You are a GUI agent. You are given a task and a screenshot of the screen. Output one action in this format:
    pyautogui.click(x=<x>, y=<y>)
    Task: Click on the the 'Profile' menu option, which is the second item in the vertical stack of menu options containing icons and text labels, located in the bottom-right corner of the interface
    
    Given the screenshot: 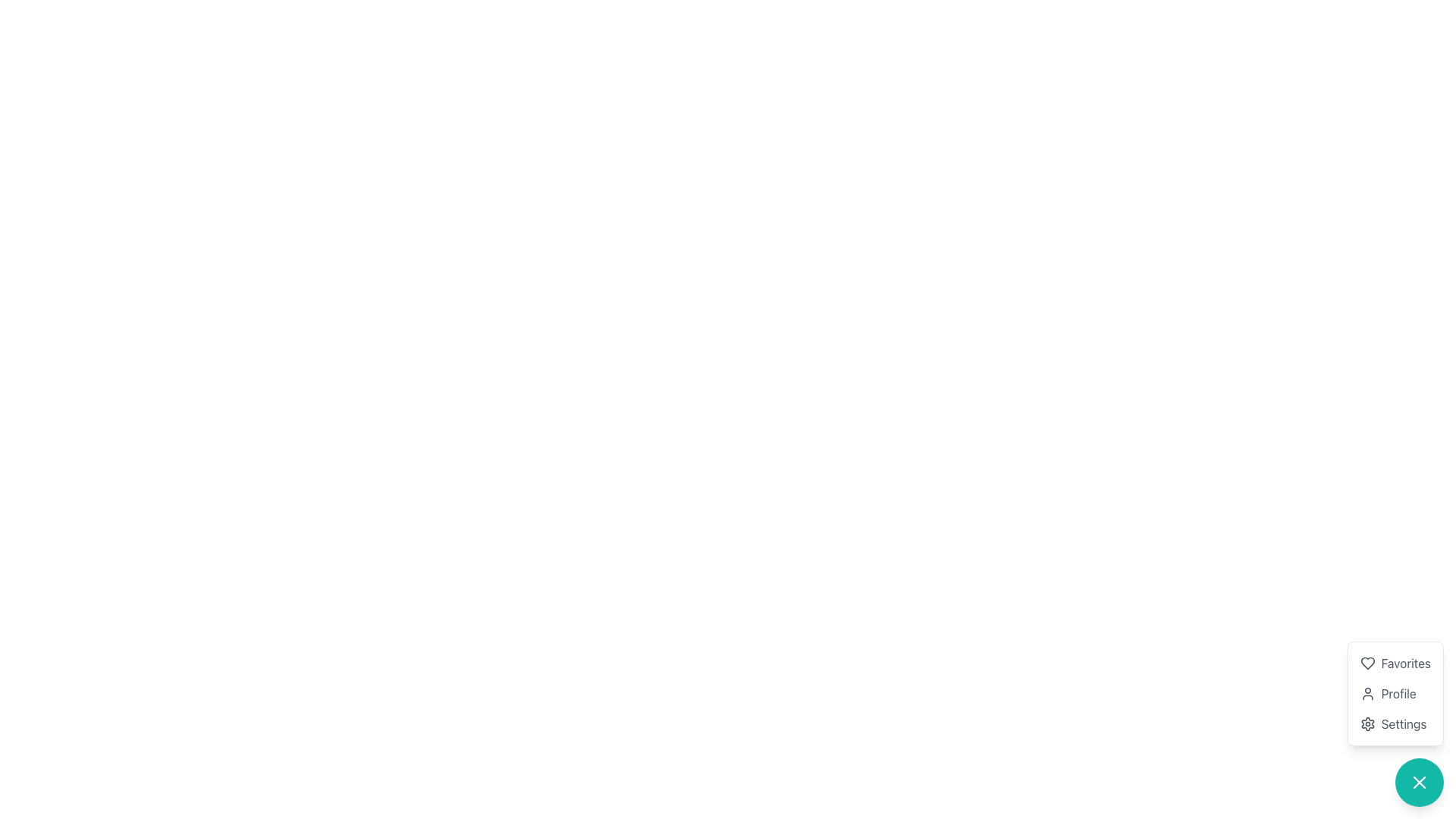 What is the action you would take?
    pyautogui.click(x=1395, y=693)
    